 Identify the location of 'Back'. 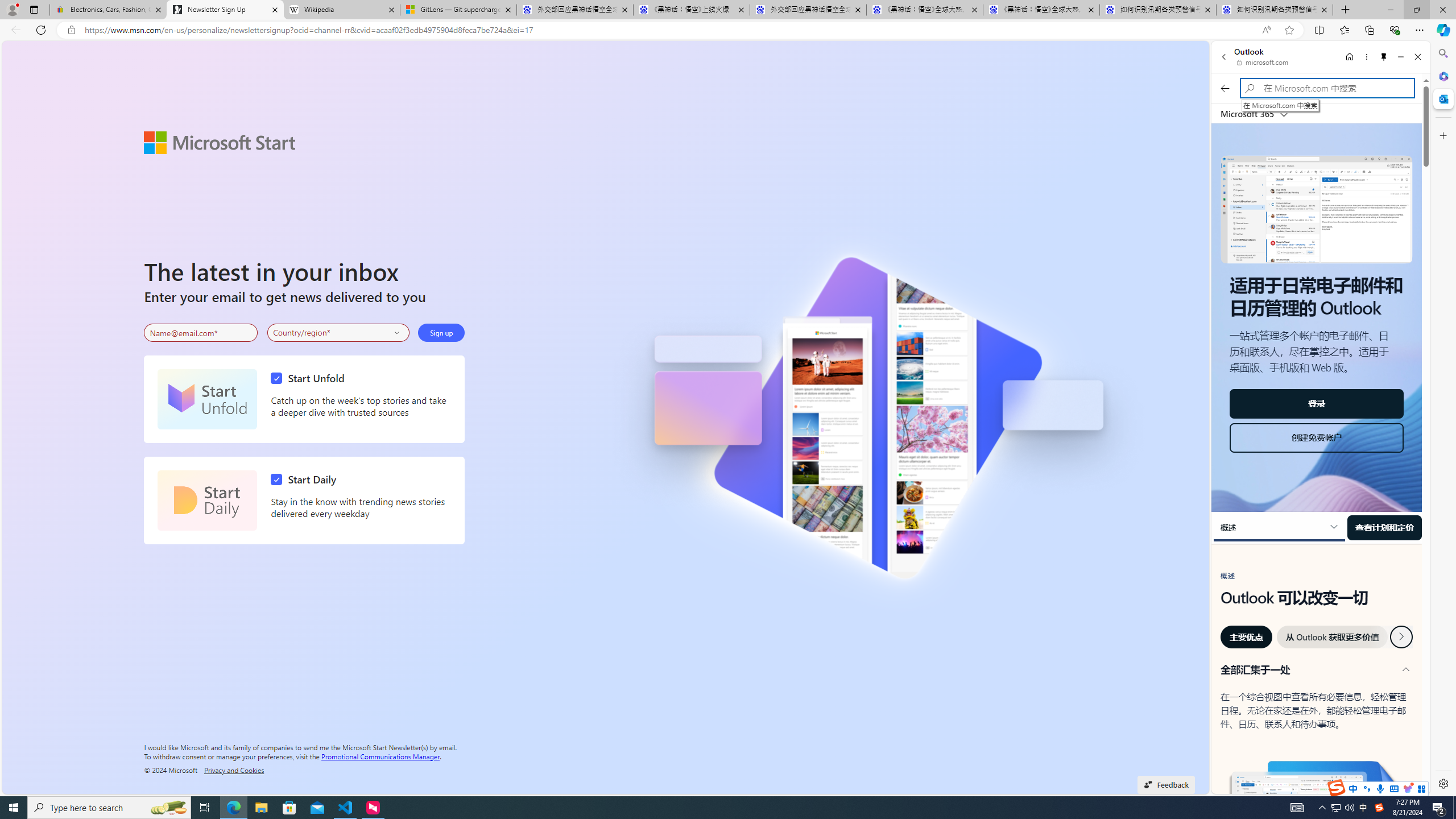
(1223, 56).